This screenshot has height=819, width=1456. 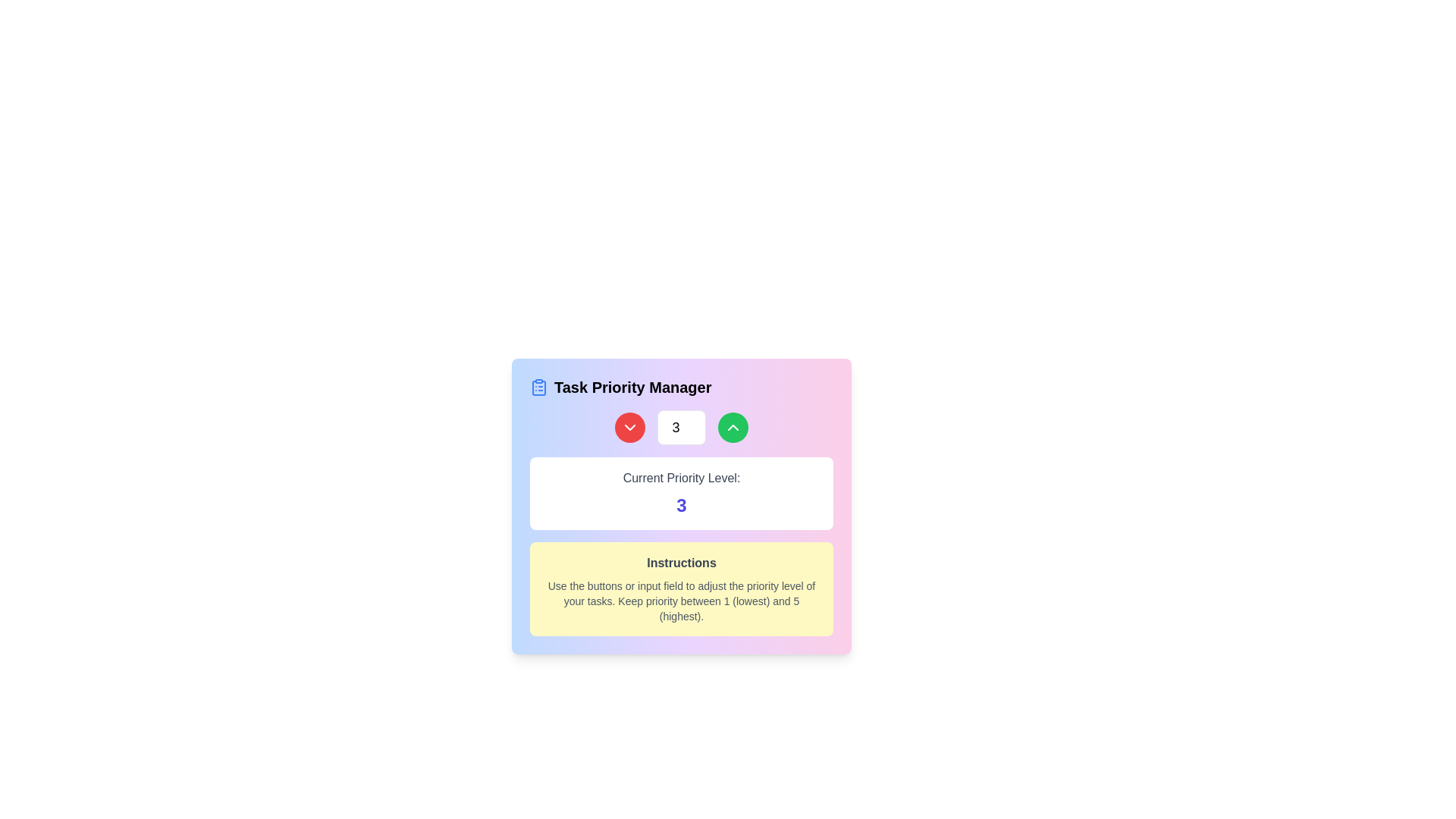 What do you see at coordinates (680, 588) in the screenshot?
I see `the Textual Information Panel with a yellow background and the header text 'Instructions'` at bounding box center [680, 588].